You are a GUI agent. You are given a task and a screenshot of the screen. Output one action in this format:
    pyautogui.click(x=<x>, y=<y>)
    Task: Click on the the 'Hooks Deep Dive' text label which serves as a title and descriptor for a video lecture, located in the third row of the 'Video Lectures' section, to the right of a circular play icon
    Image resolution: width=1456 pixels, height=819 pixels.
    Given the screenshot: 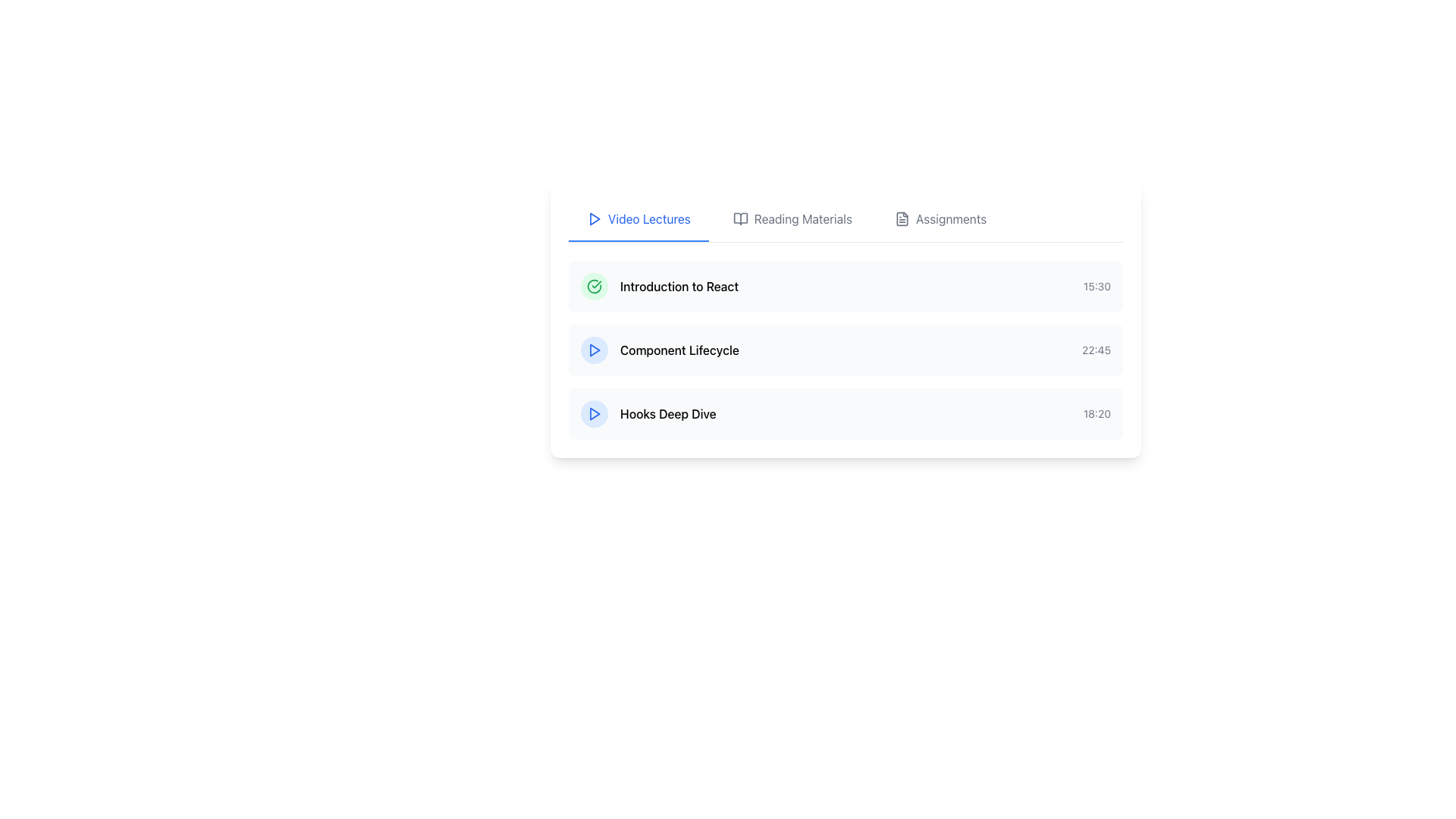 What is the action you would take?
    pyautogui.click(x=648, y=414)
    